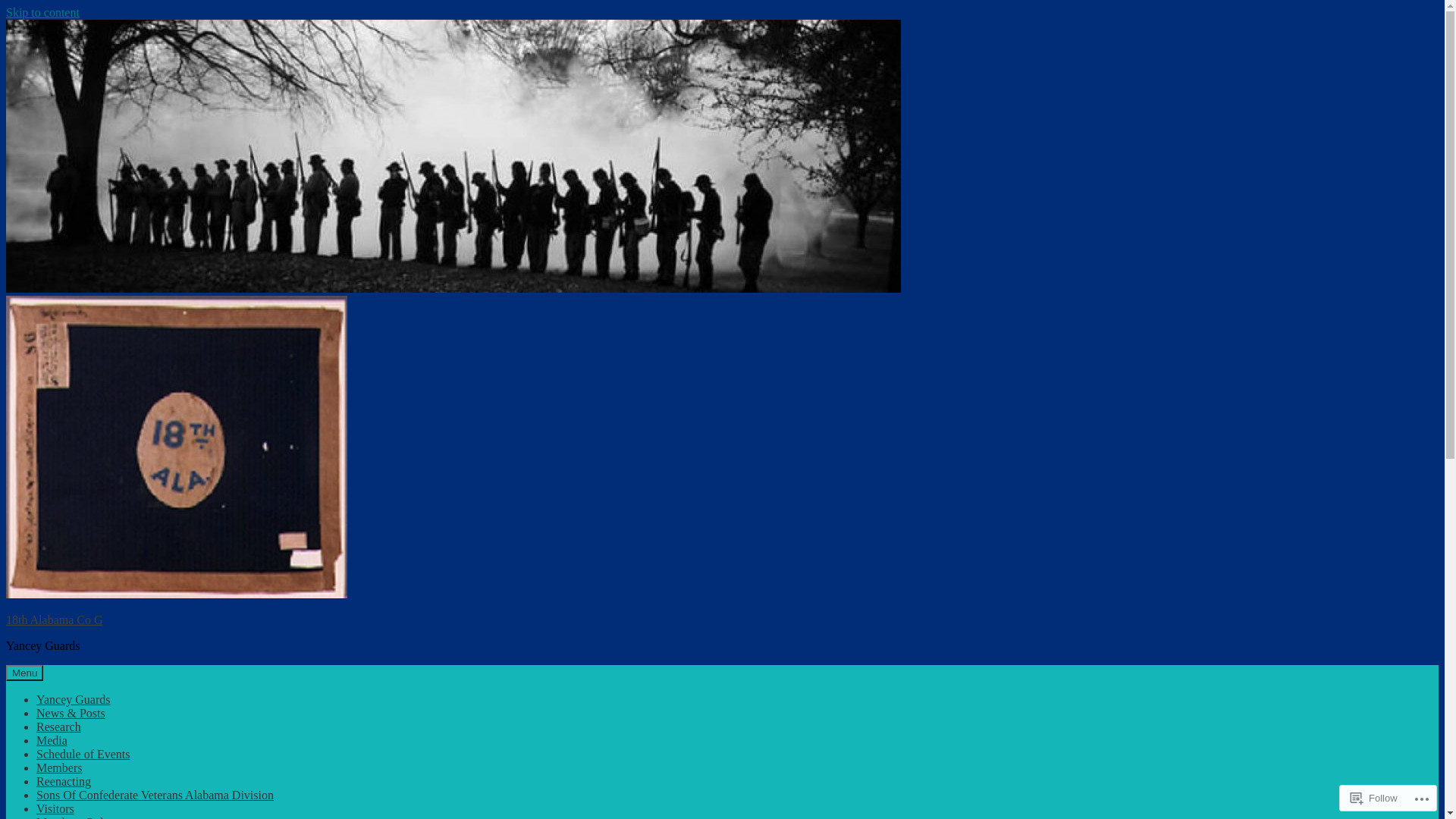 The width and height of the screenshot is (1456, 819). I want to click on 'Follow', so click(1344, 797).